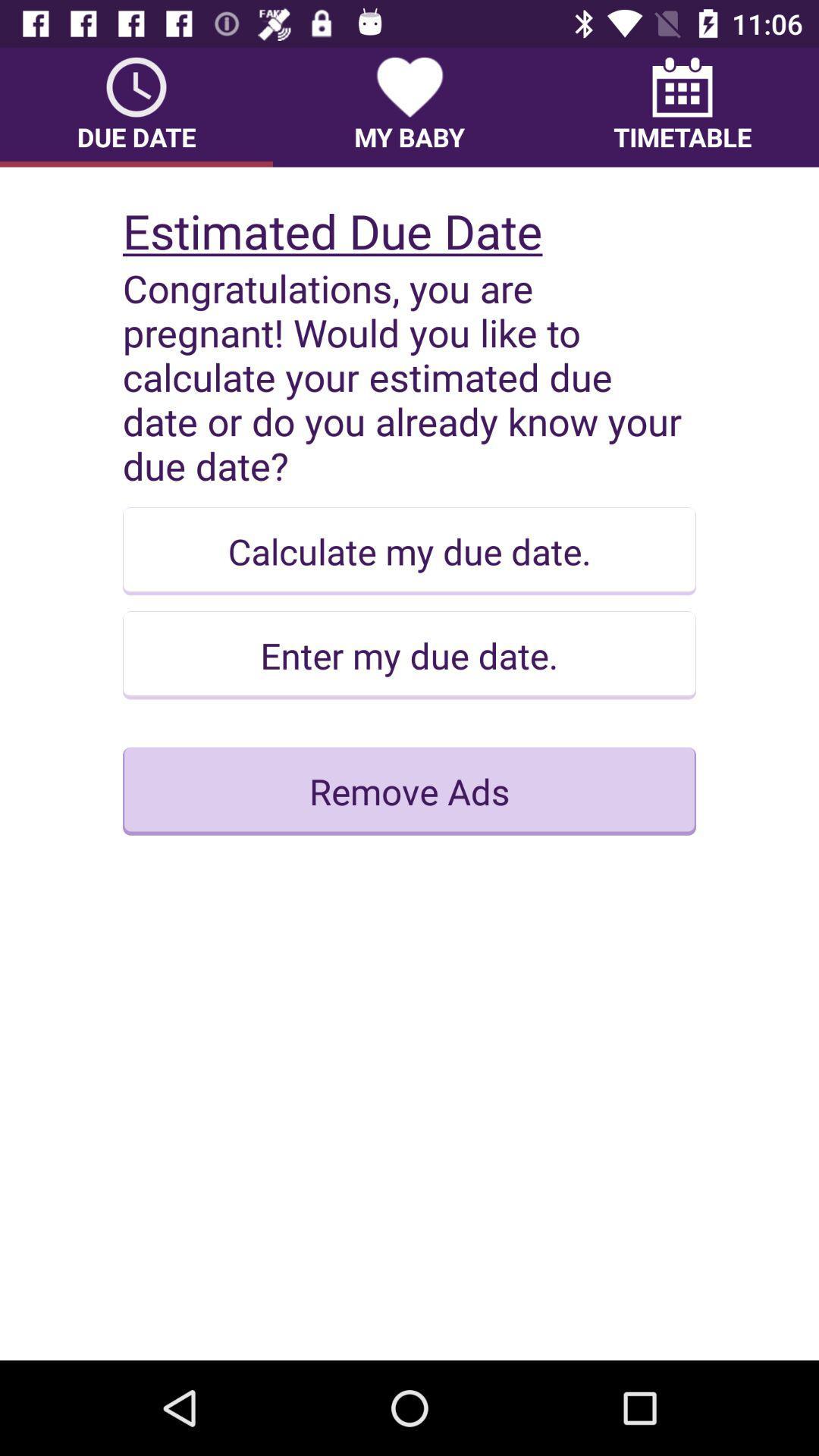 The image size is (819, 1456). I want to click on the my baby item, so click(409, 106).